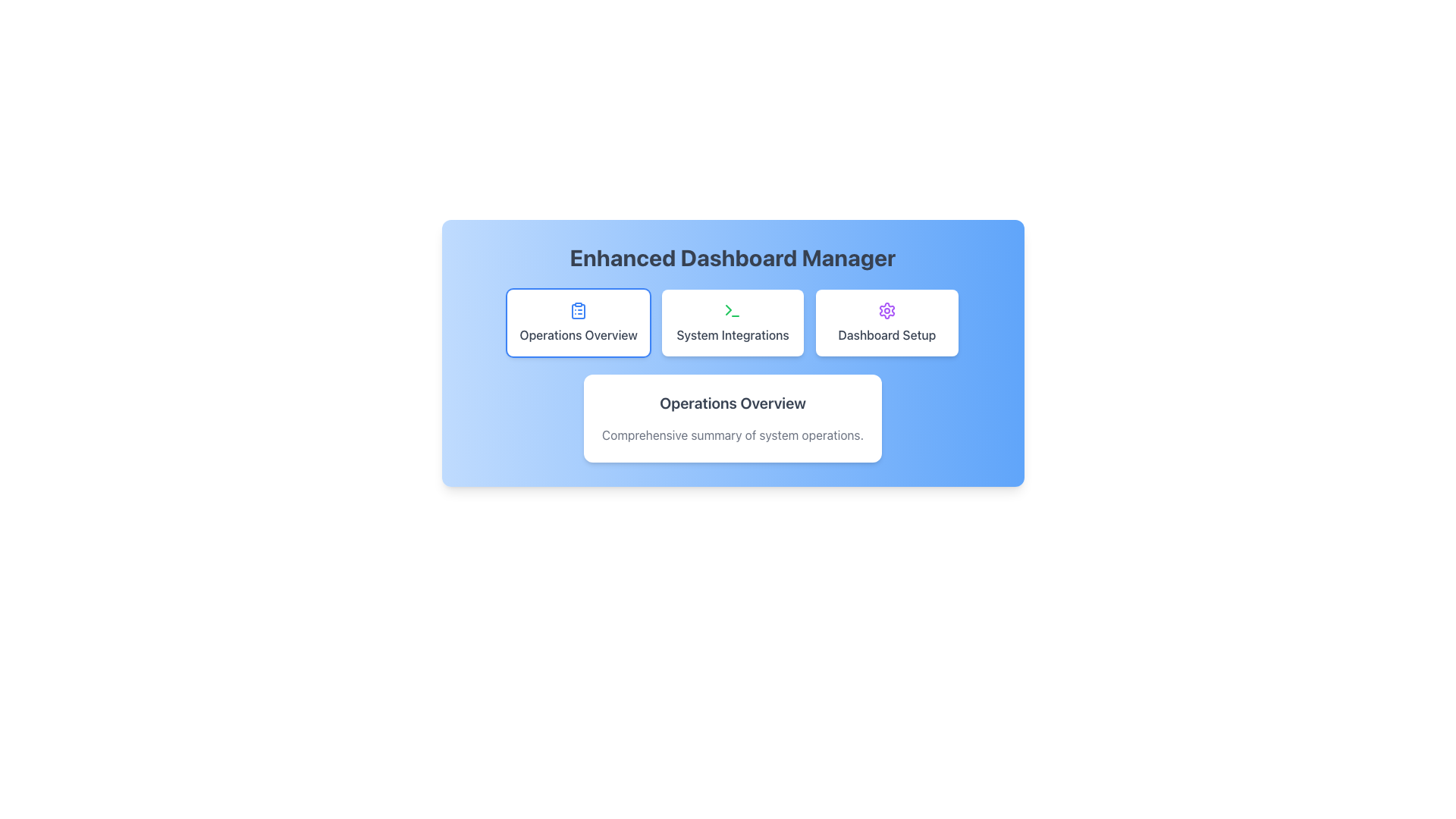  I want to click on the text label located at the top of the dashboard, which serves as the title or header for the current section, so click(733, 256).